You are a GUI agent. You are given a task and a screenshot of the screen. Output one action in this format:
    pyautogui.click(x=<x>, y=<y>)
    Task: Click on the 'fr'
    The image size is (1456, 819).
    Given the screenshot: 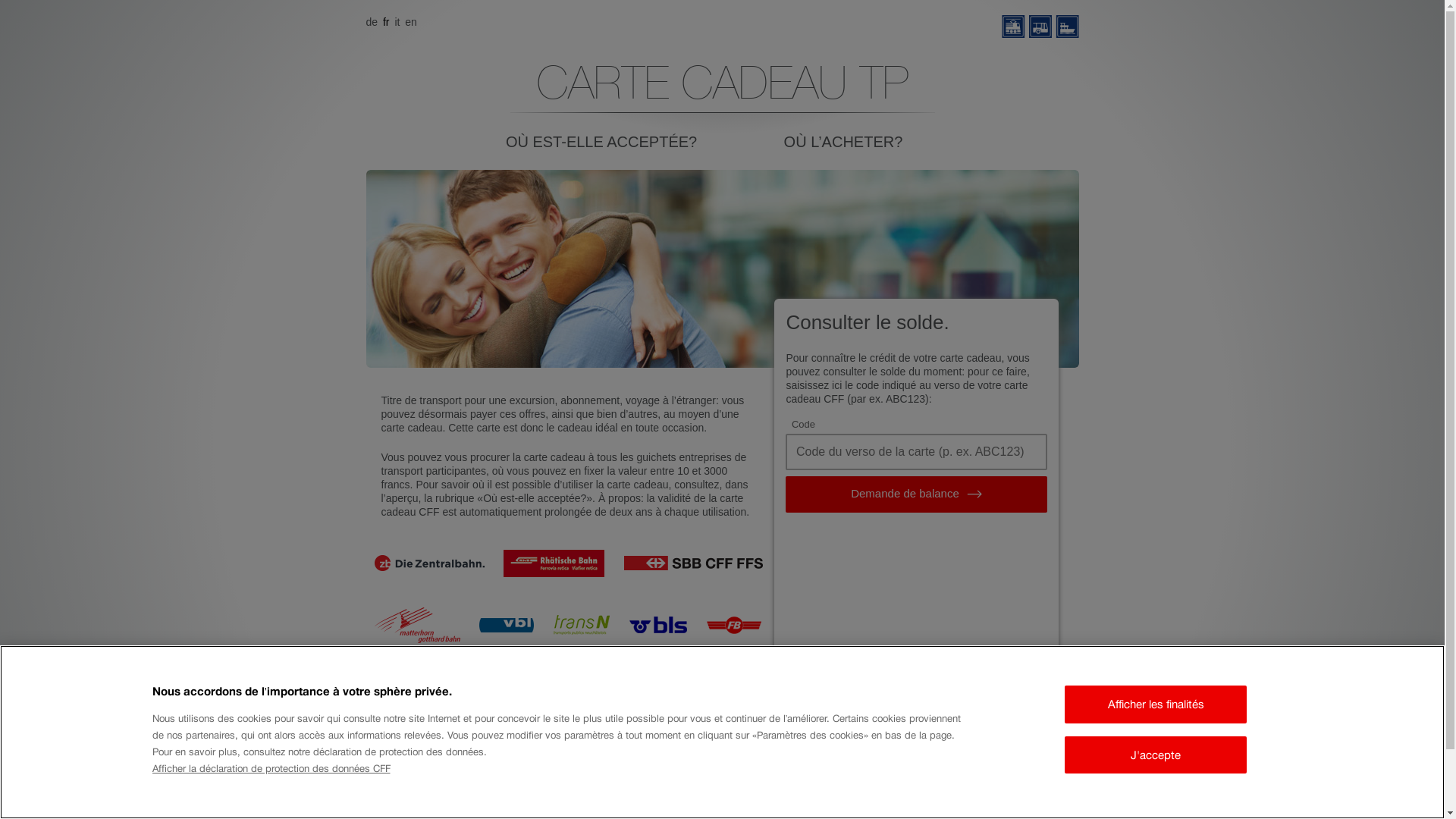 What is the action you would take?
    pyautogui.click(x=387, y=22)
    